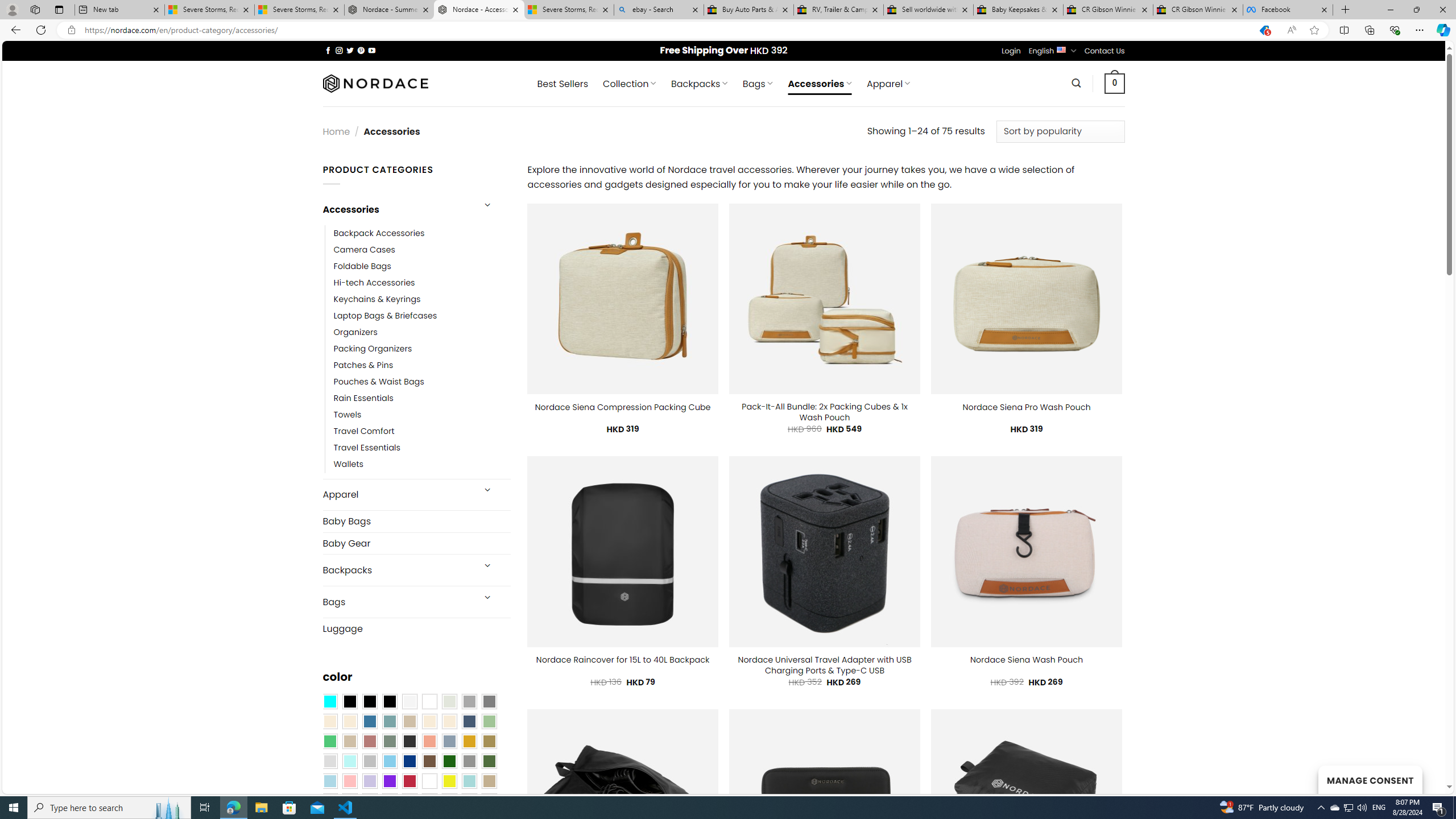 The height and width of the screenshot is (819, 1456). I want to click on 'Packing Organizers', so click(373, 349).